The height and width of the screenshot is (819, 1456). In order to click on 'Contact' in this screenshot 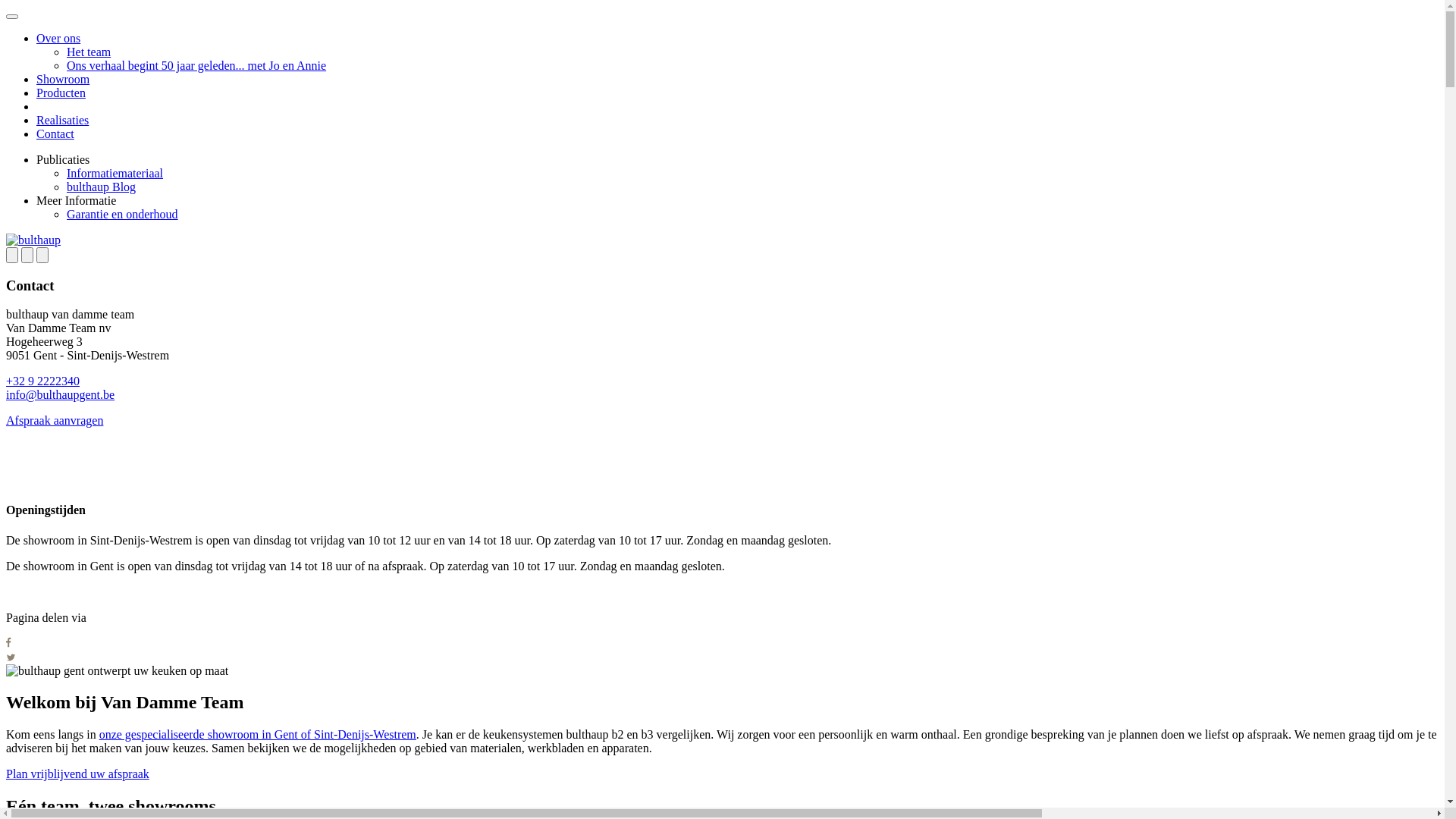, I will do `click(55, 133)`.